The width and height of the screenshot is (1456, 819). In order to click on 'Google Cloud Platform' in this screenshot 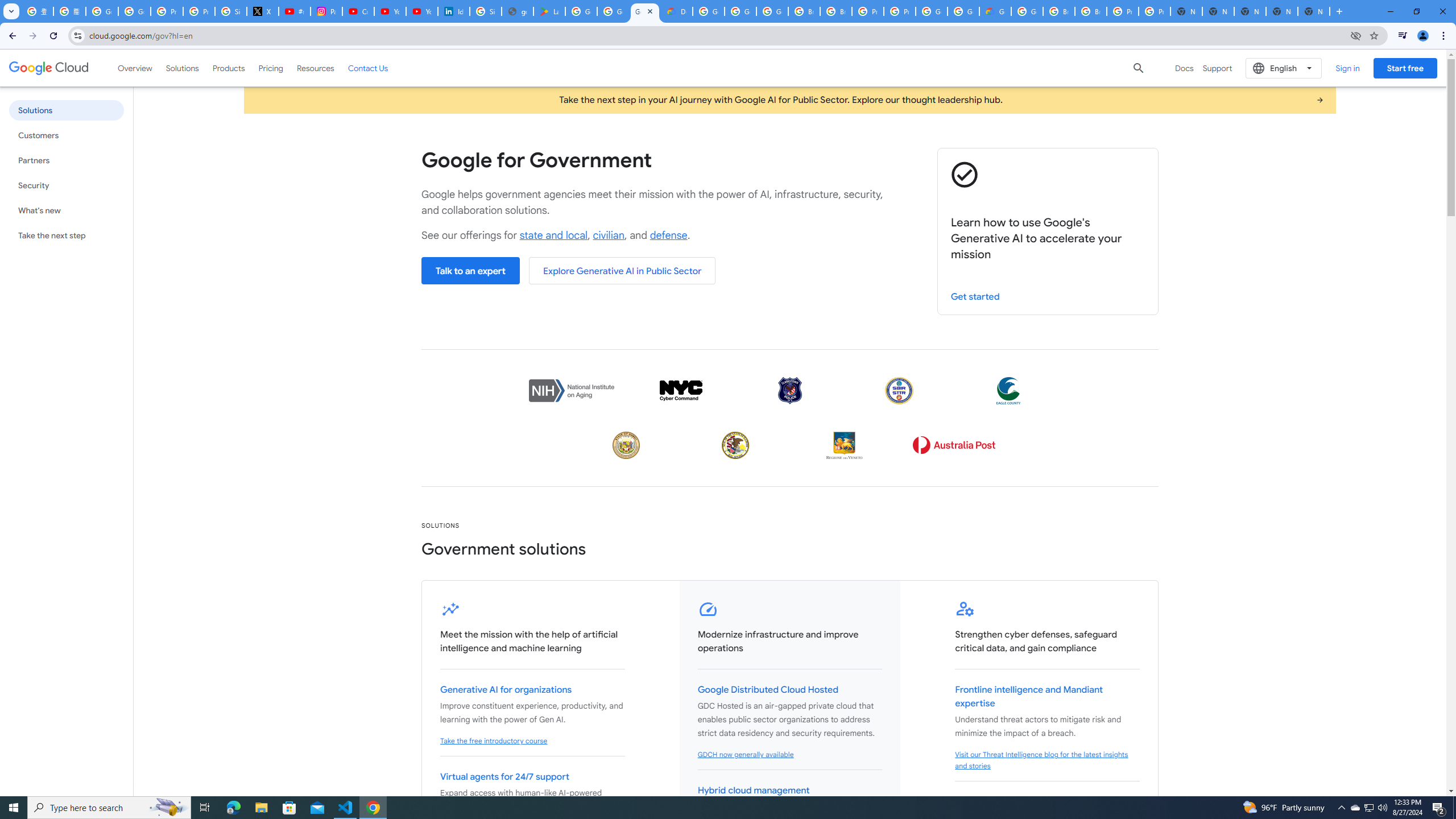, I will do `click(930, 11)`.